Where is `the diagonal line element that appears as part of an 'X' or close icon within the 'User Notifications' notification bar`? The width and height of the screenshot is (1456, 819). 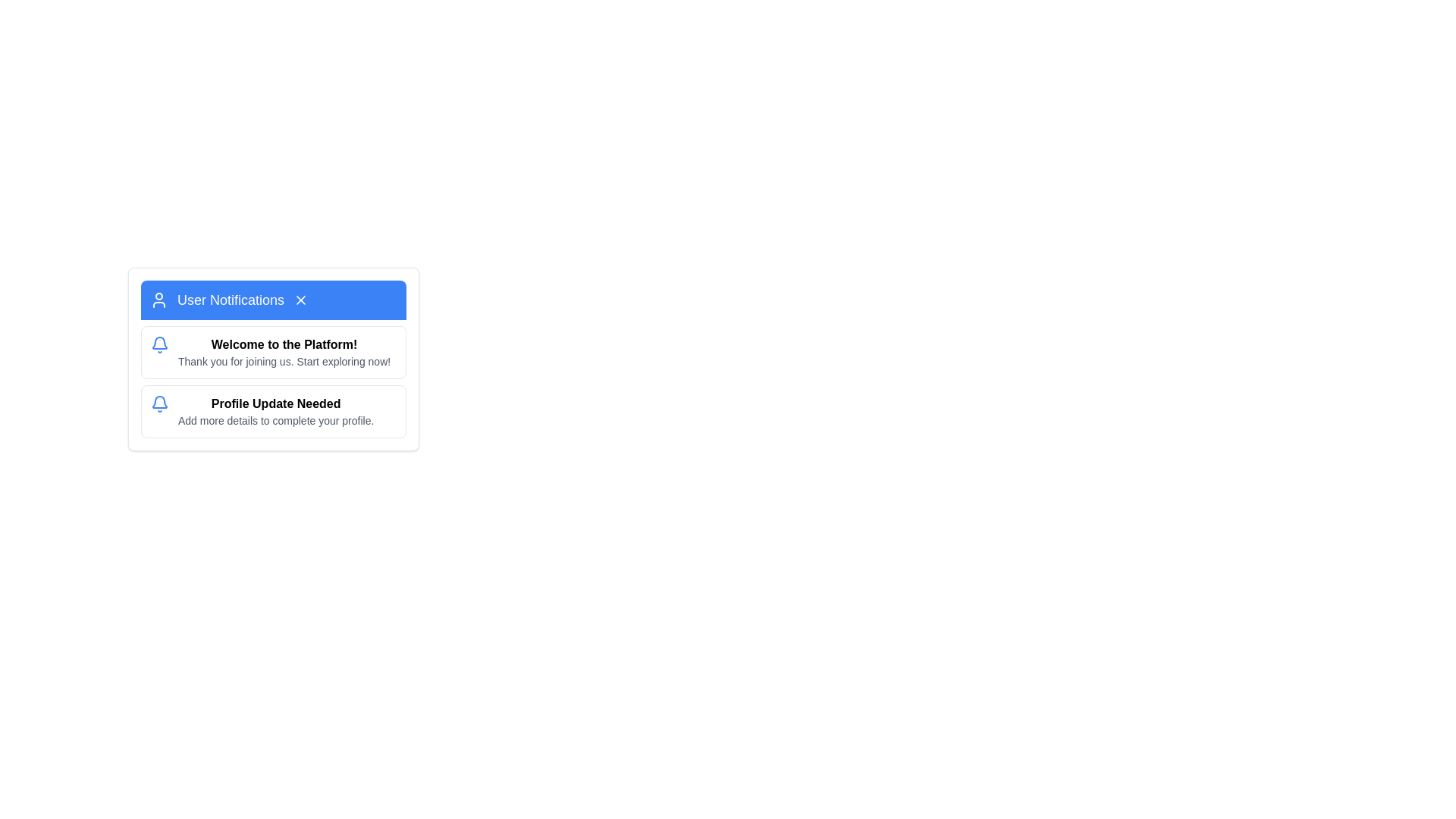
the diagonal line element that appears as part of an 'X' or close icon within the 'User Notifications' notification bar is located at coordinates (301, 300).